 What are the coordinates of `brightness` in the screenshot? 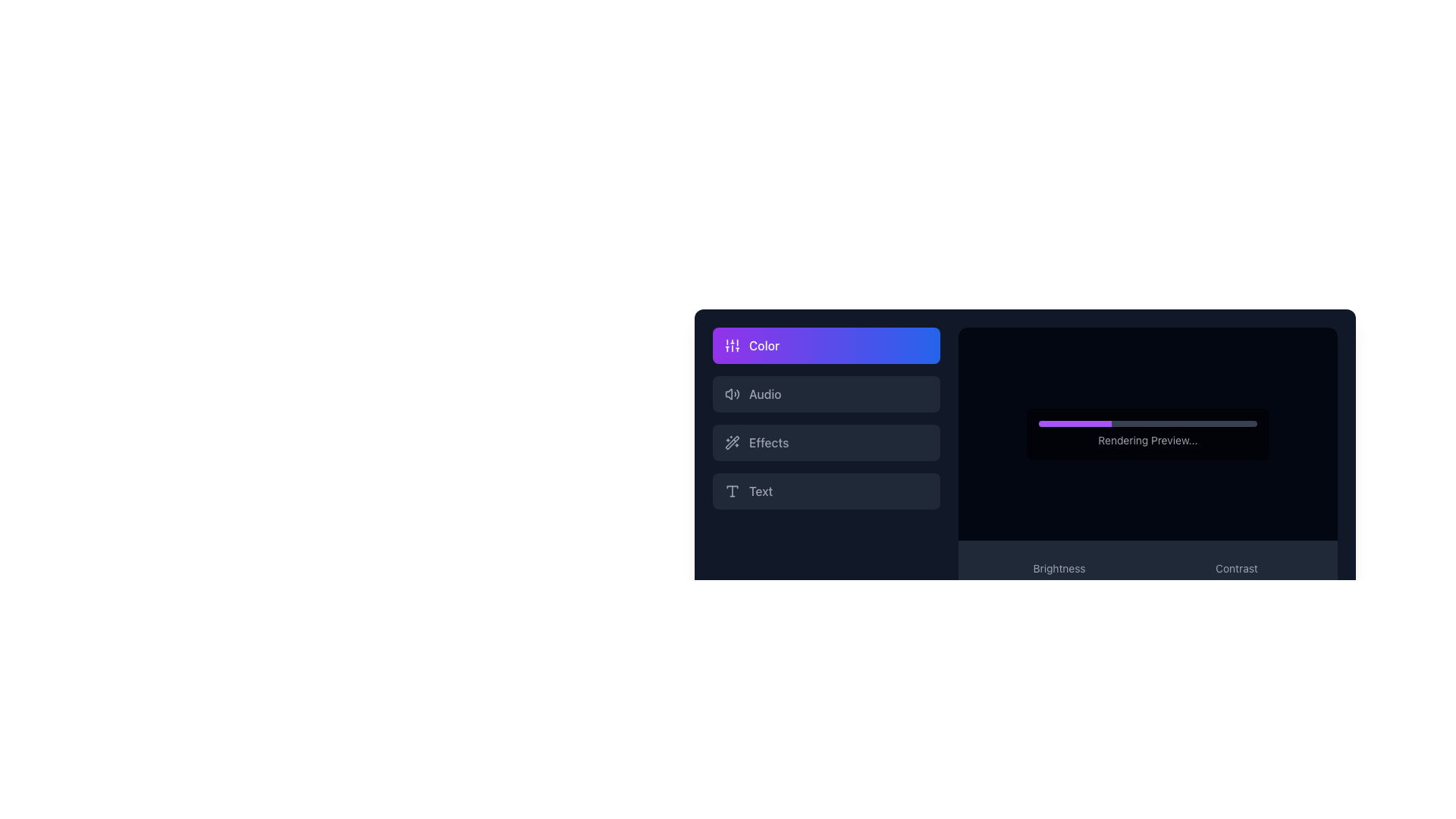 It's located at (1008, 588).